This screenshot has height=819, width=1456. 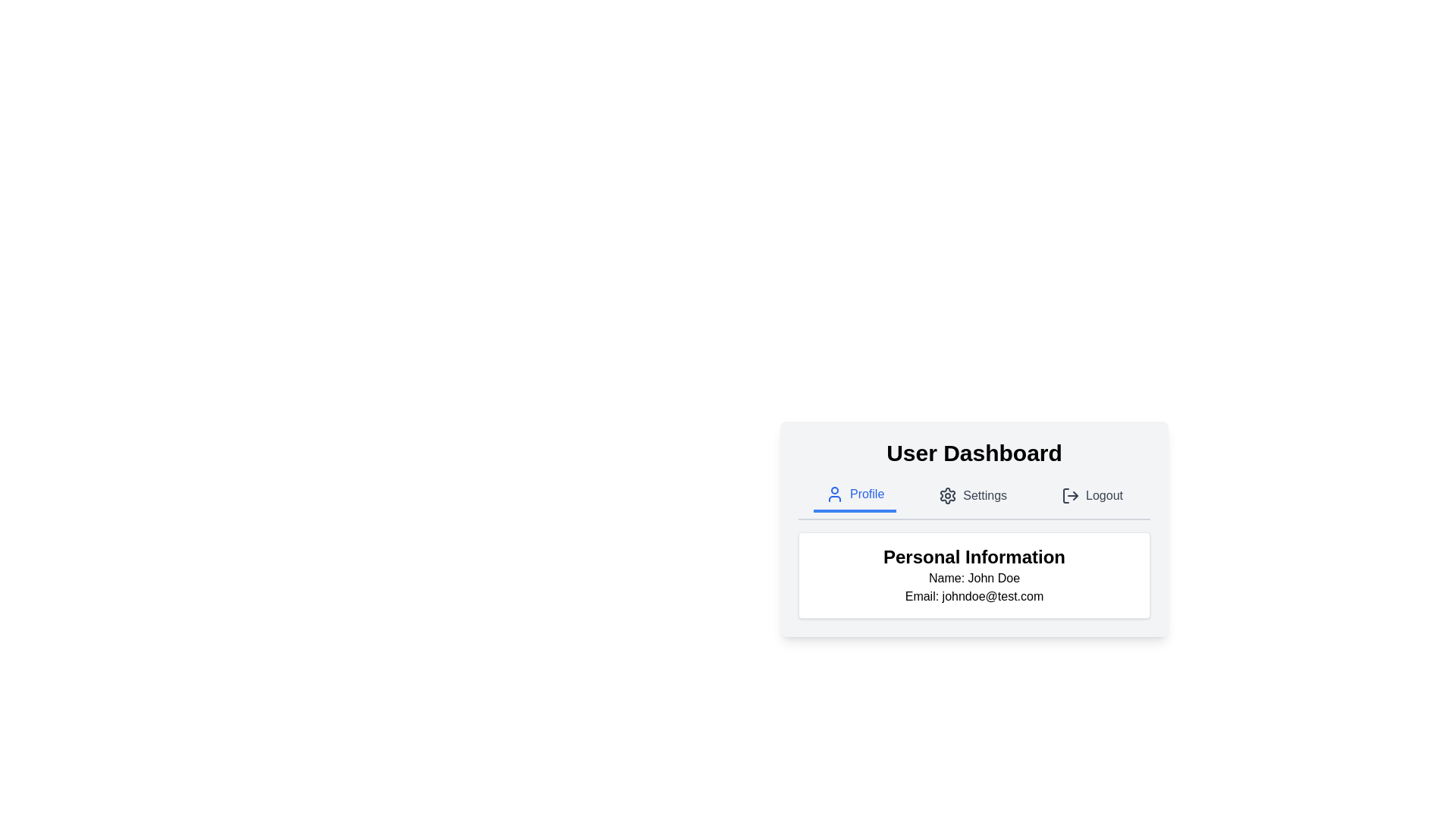 I want to click on text displayed in the Static Information Display, which shows personal information including the header 'Personal Information', the name 'John Doe', and the email 'johndoe@test.com', so click(x=974, y=576).